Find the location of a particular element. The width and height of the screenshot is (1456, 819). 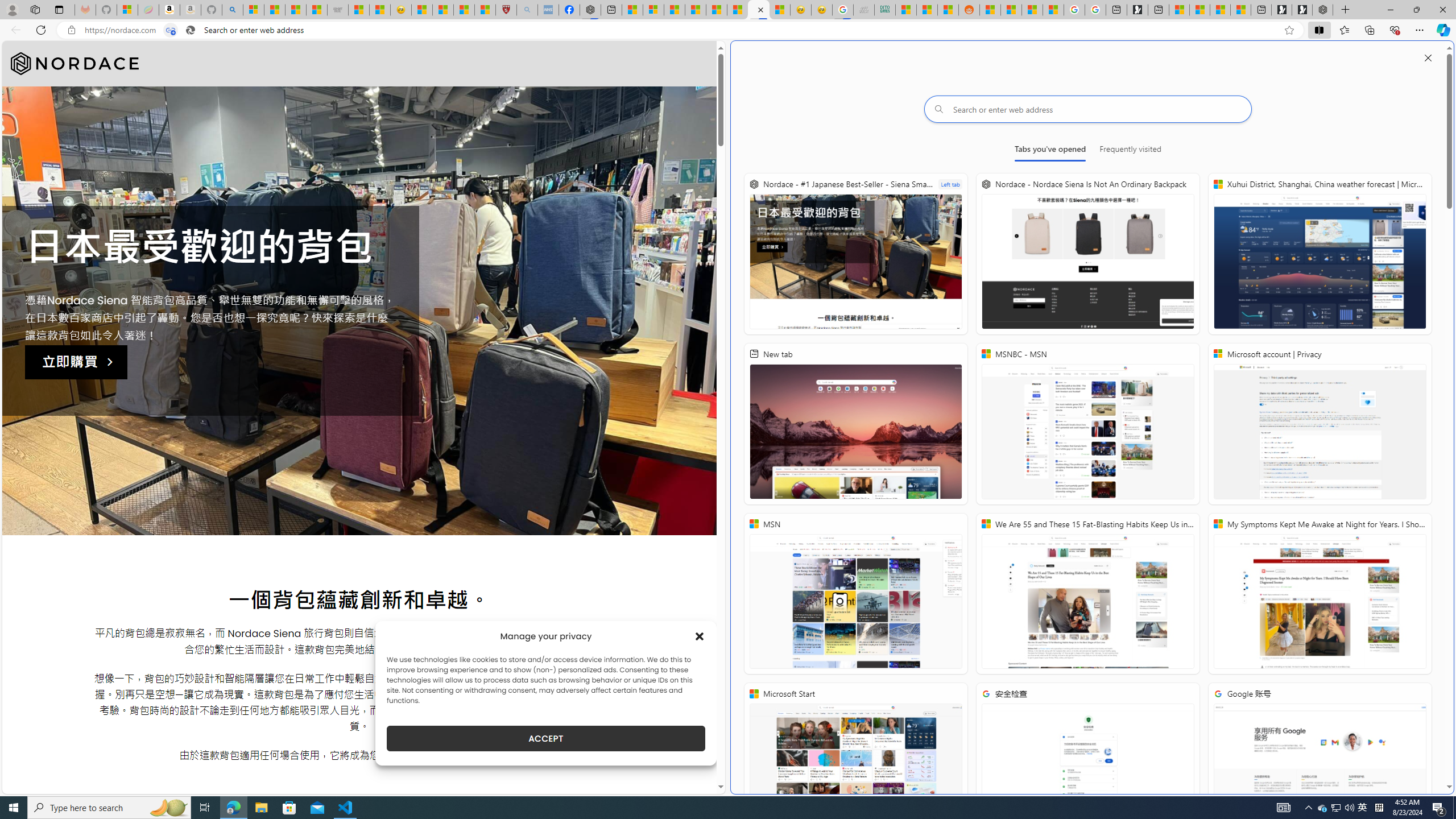

'Split screen' is located at coordinates (1319, 29).